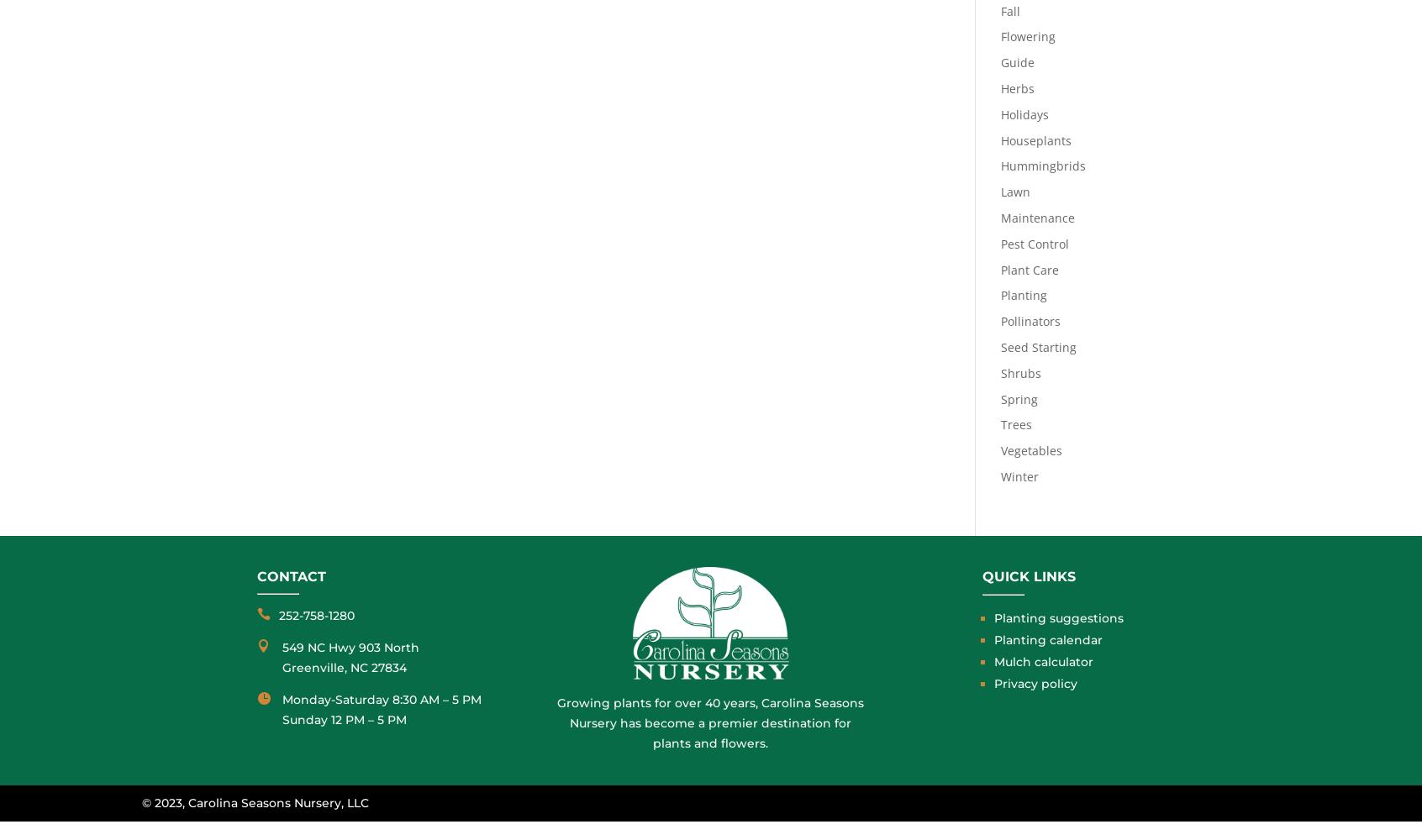  What do you see at coordinates (998, 268) in the screenshot?
I see `'Plant Care'` at bounding box center [998, 268].